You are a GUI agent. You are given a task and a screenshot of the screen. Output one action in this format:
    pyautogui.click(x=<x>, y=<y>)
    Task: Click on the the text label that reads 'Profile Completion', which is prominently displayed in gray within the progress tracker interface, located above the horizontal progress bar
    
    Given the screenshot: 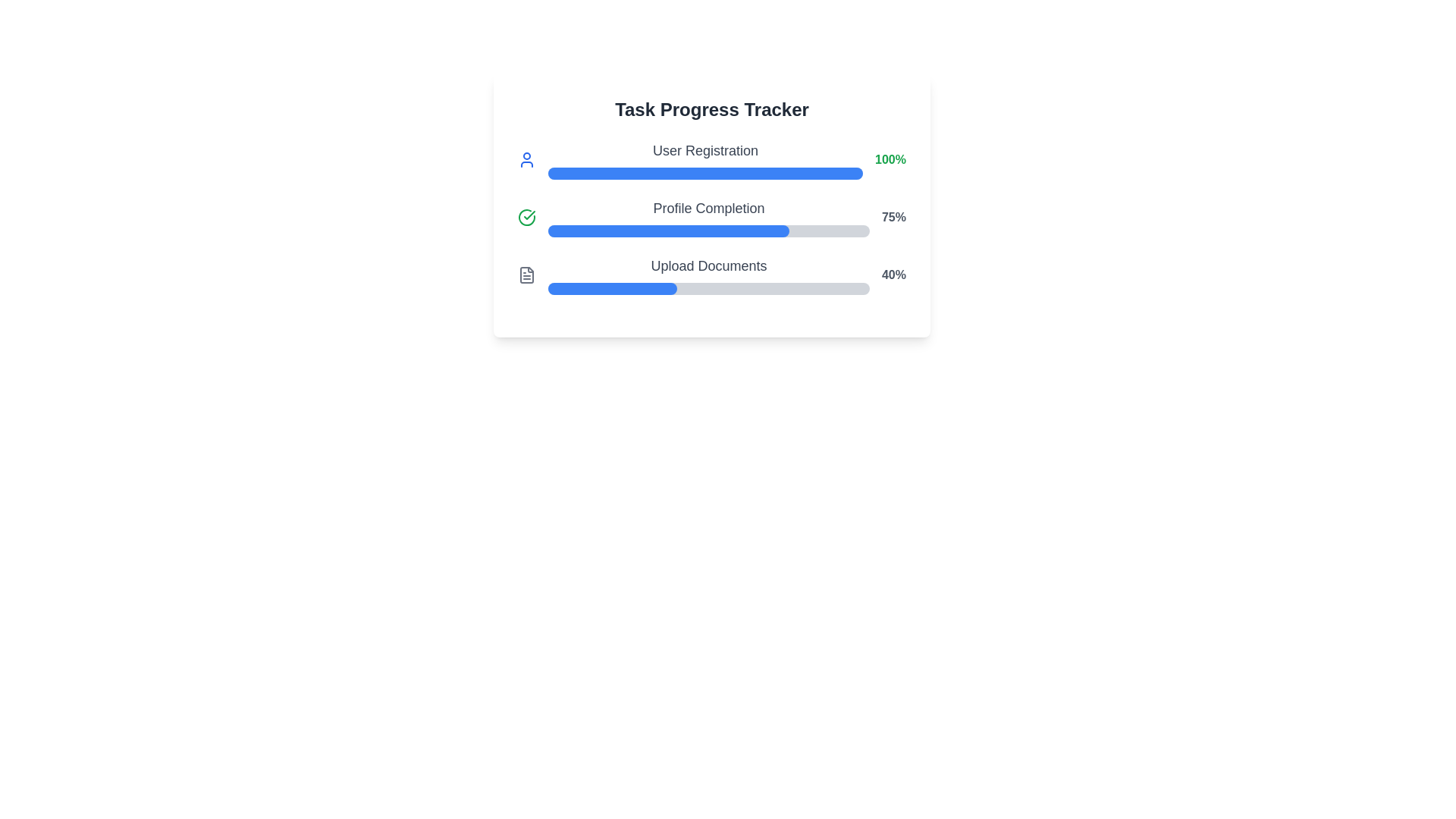 What is the action you would take?
    pyautogui.click(x=708, y=208)
    